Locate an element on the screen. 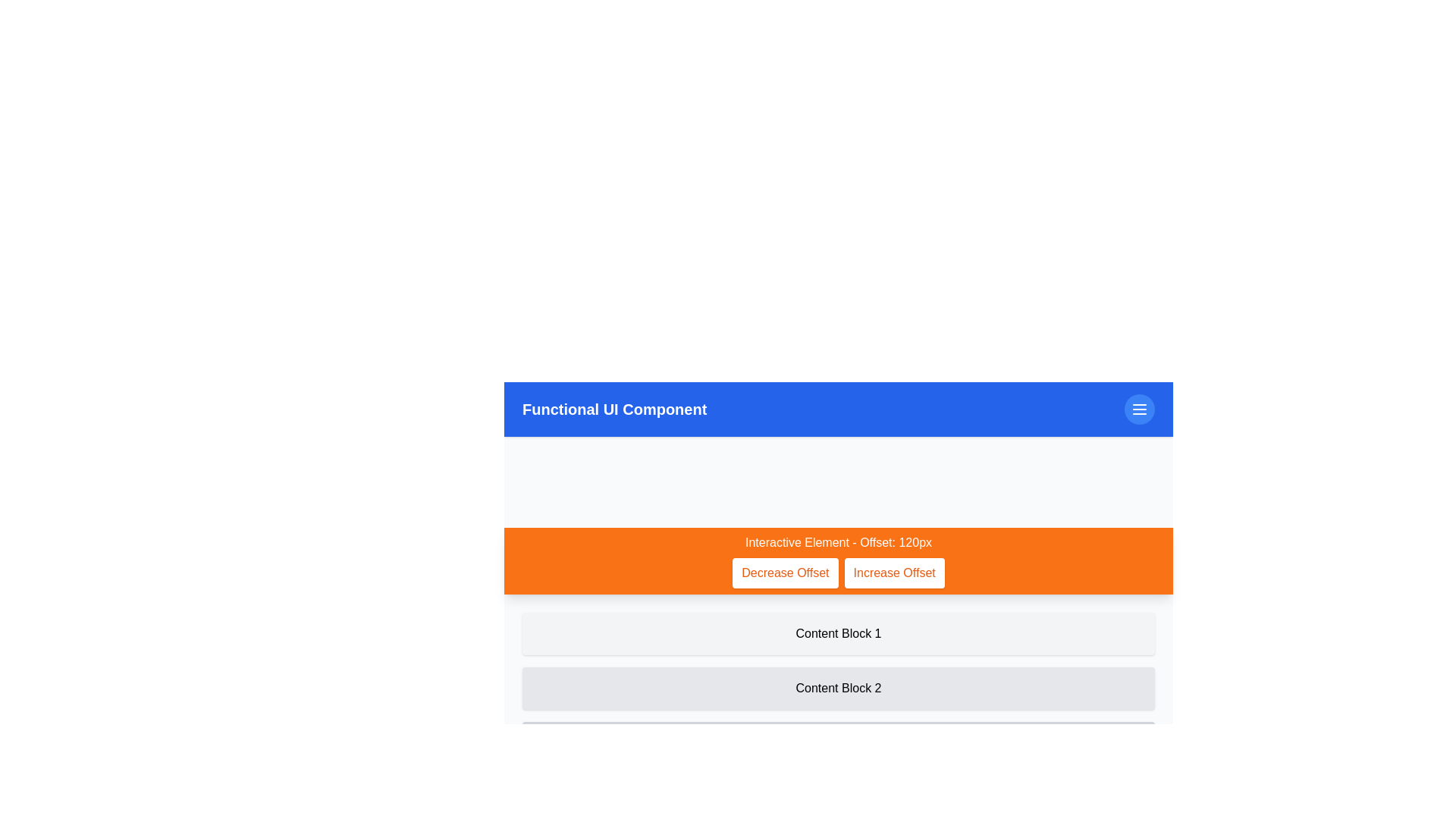 The image size is (1456, 819). the circular blue button with a white menu icon is located at coordinates (1139, 409).